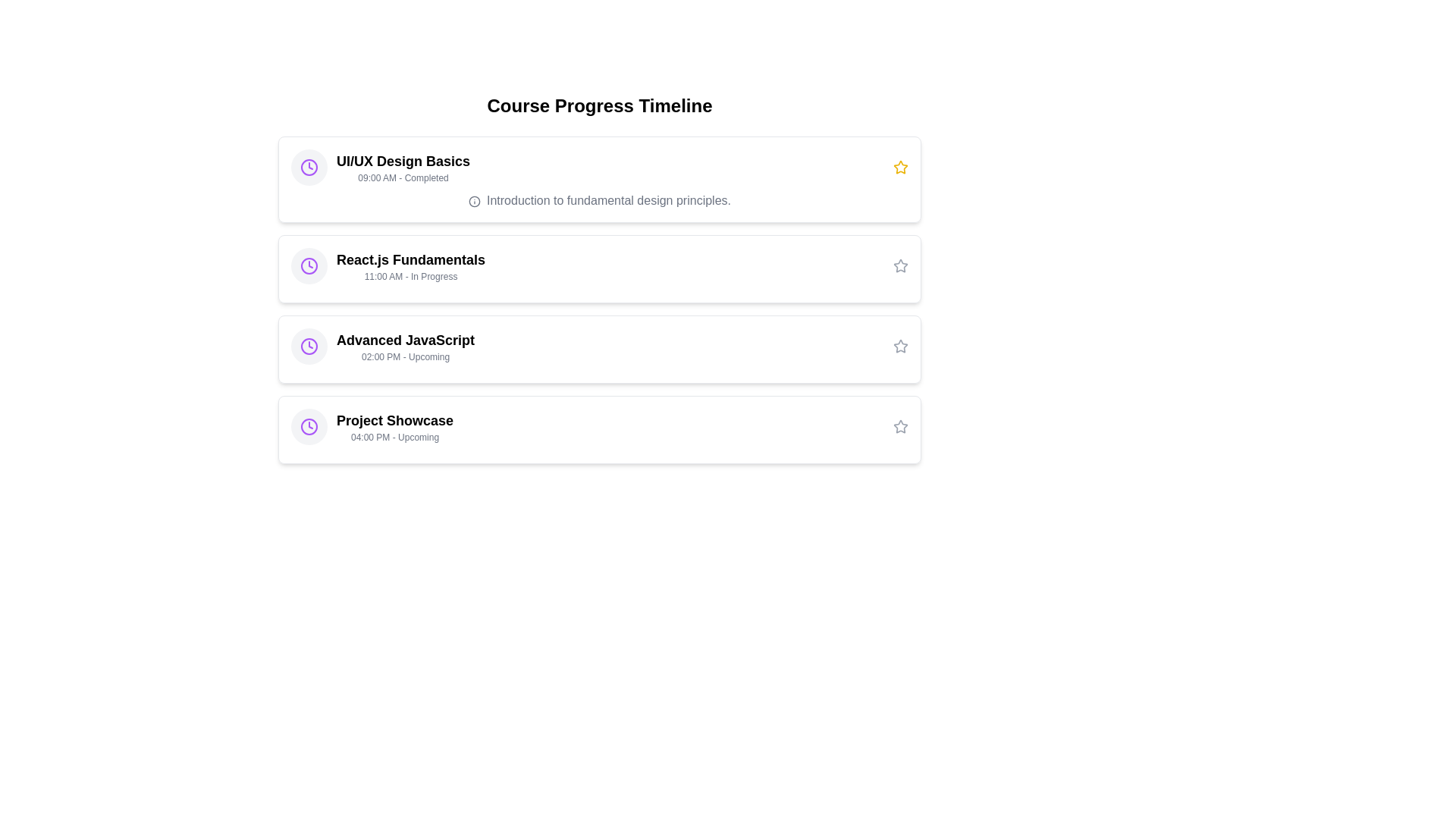 The image size is (1456, 819). Describe the element at coordinates (309, 167) in the screenshot. I see `the circular icon with a light gray background and a purple clock glyph, located at the beginning of the row for 'UI/UX Design Basics' in the 'Course Progress Timeline'` at that location.